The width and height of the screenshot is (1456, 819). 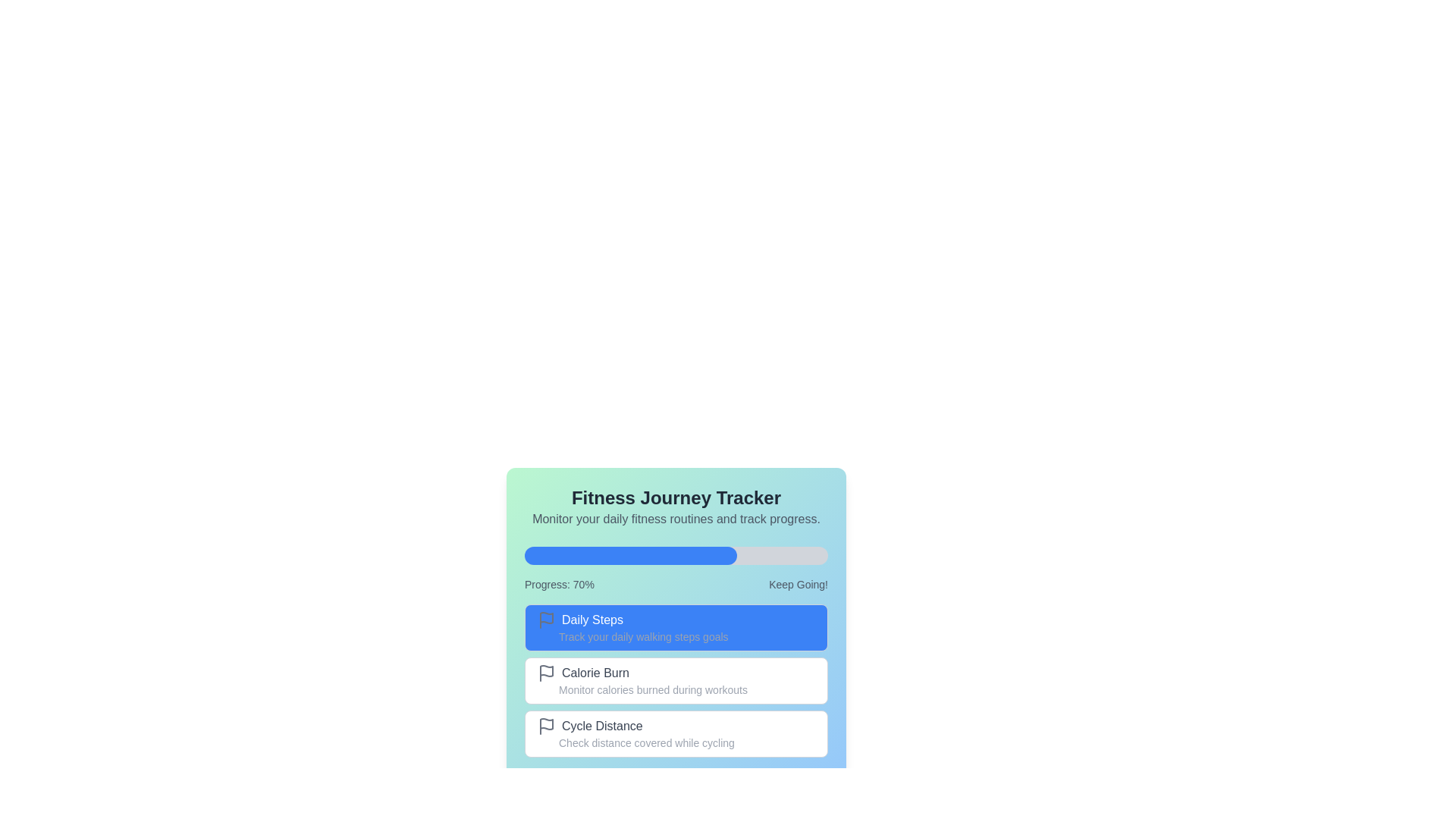 What do you see at coordinates (546, 723) in the screenshot?
I see `the gray flag icon located in the 'Daily Steps' section, positioned to the left of the blue text area` at bounding box center [546, 723].